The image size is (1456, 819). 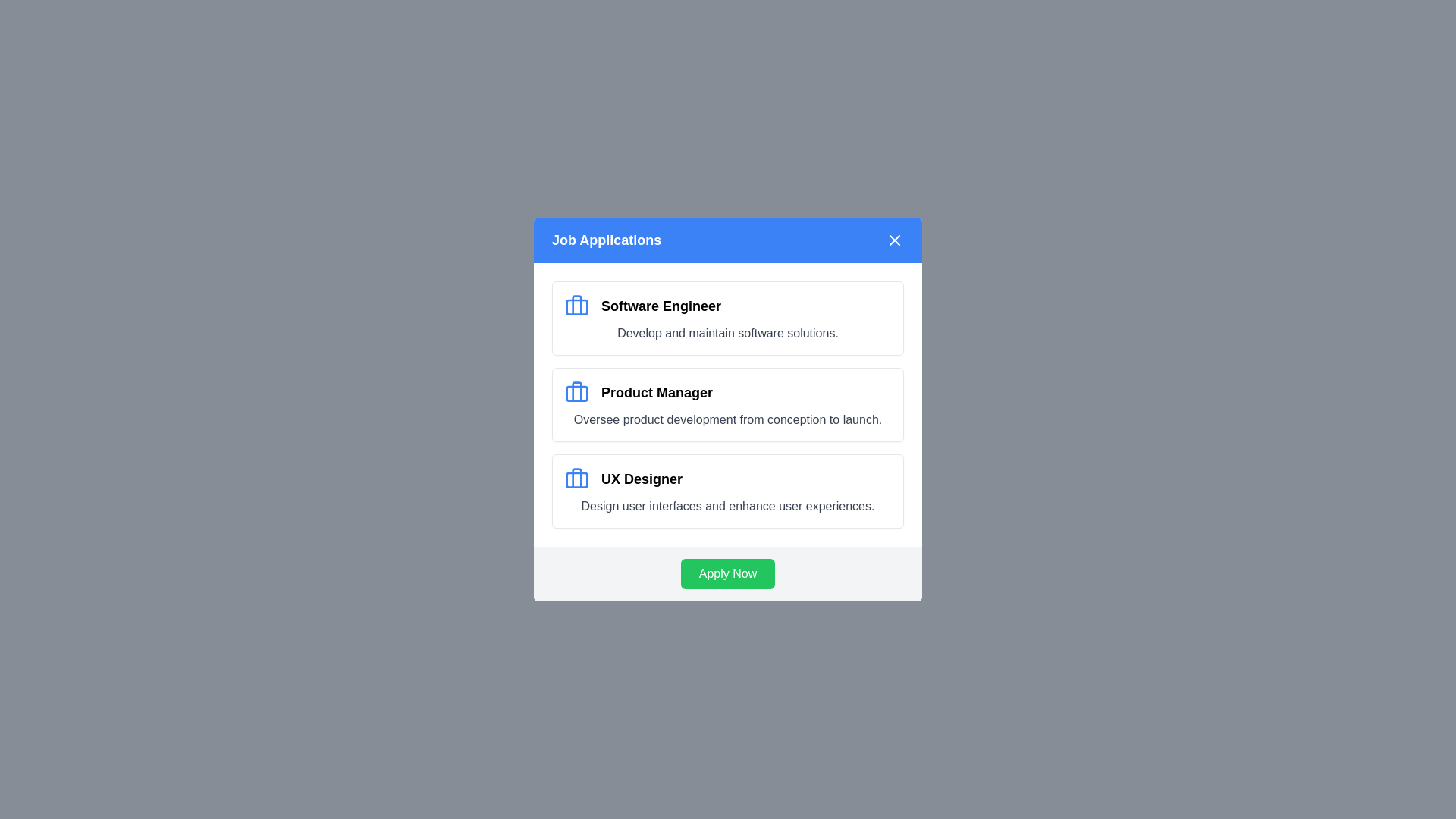 What do you see at coordinates (728, 506) in the screenshot?
I see `the detailed description text of the 'UX Designer' role located directly beneath the bold title in the bottom card of the modal window to check for tooltips` at bounding box center [728, 506].